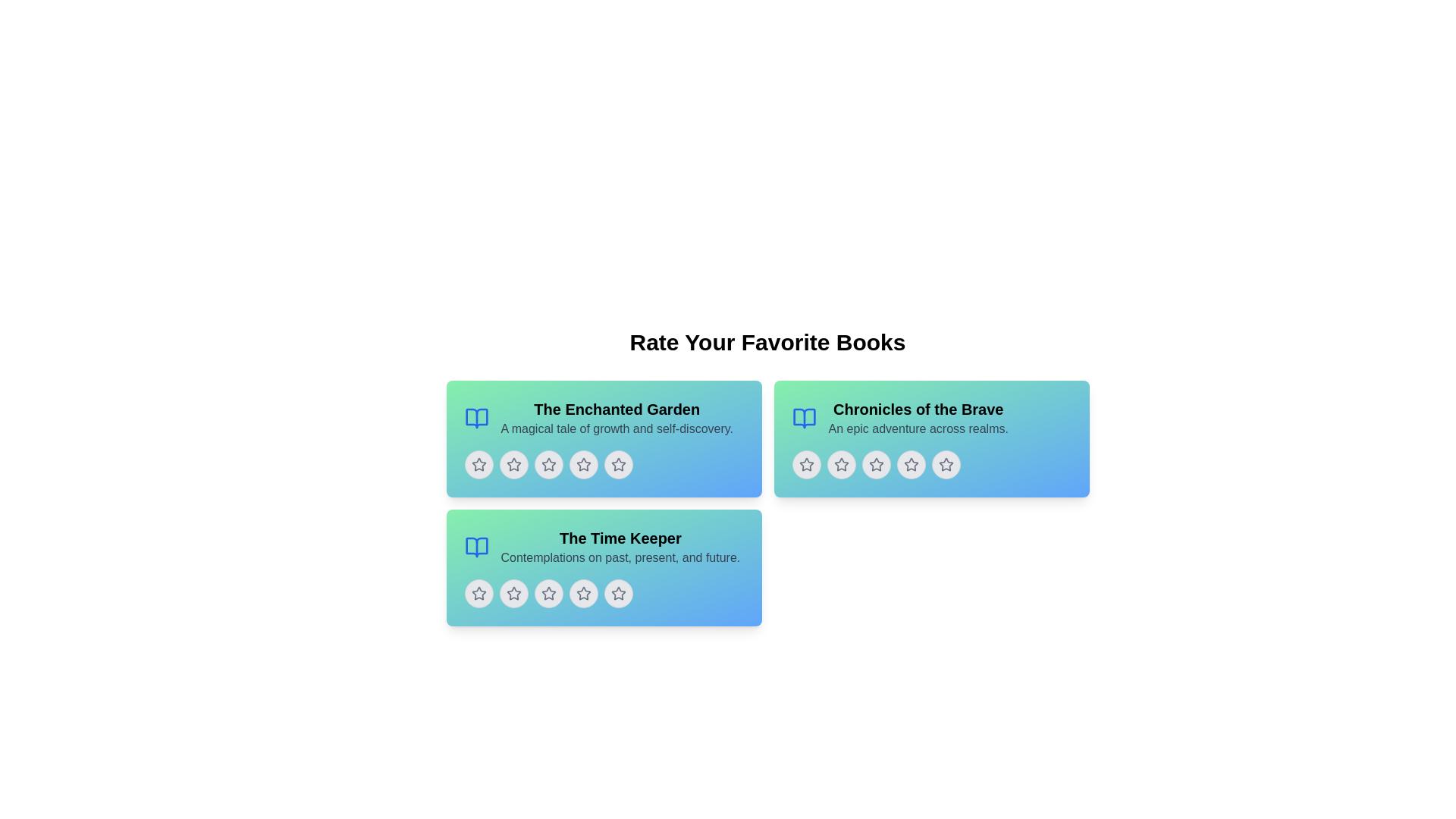  What do you see at coordinates (478, 464) in the screenshot?
I see `the second star-shaped rating icon in the 'The Enchanted Garden' book card` at bounding box center [478, 464].